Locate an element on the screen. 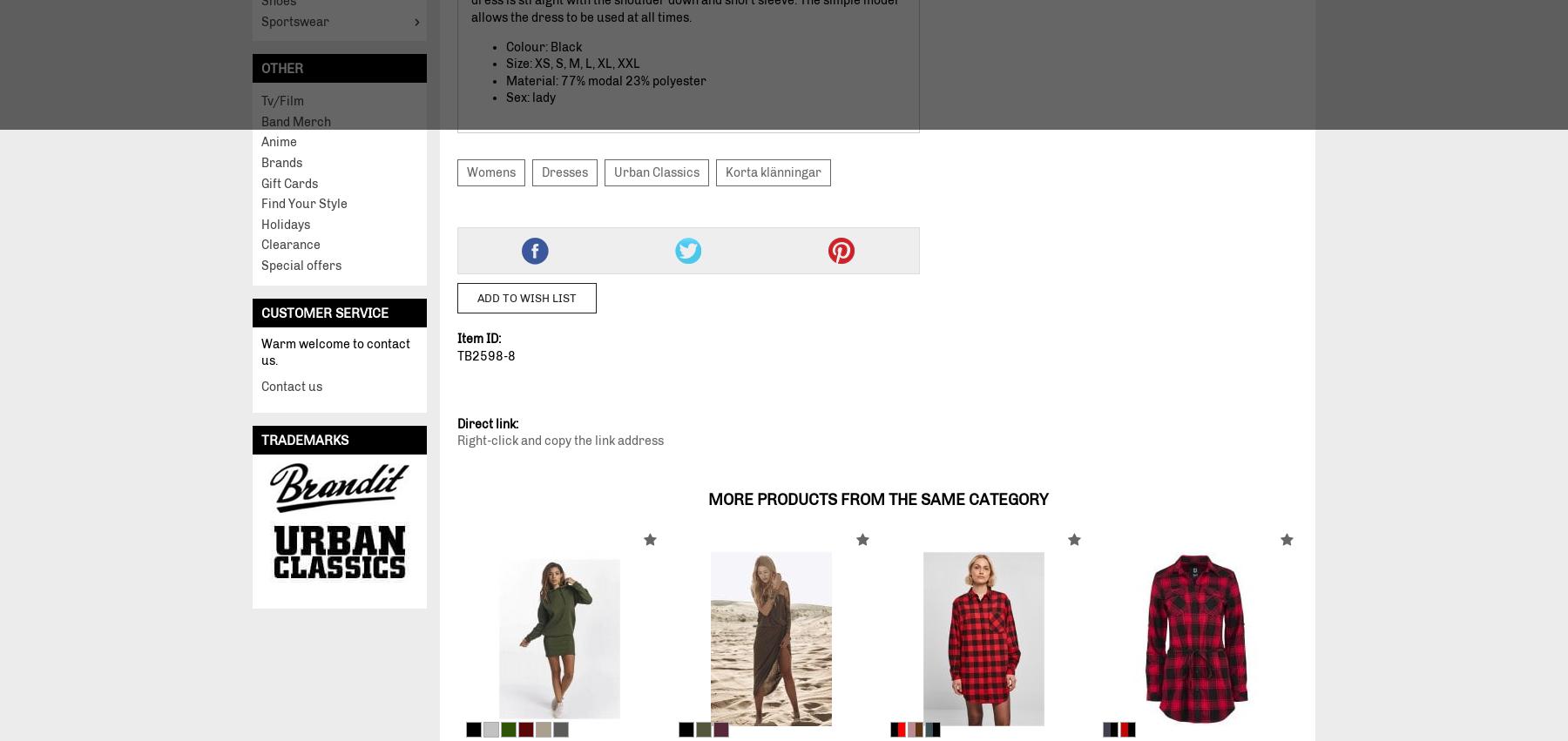 The width and height of the screenshot is (1568, 741). 'Warm welcome to contact us.' is located at coordinates (335, 351).